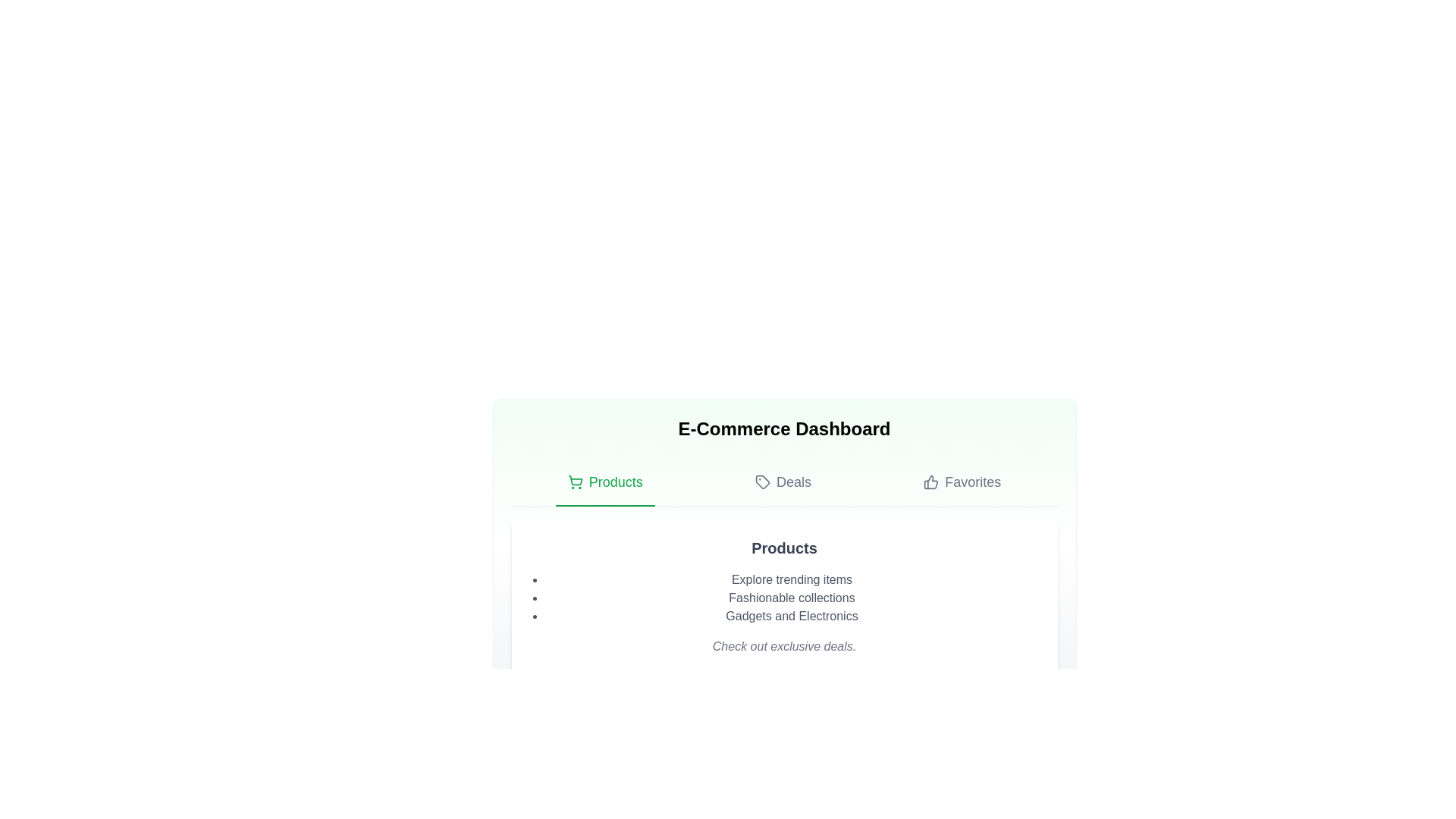 The image size is (1456, 819). I want to click on the visual representation of the thumbs-up icon, which is a minimalistic outlined design located to the left of the 'Favorites' button in the top navigation bar, so click(930, 482).